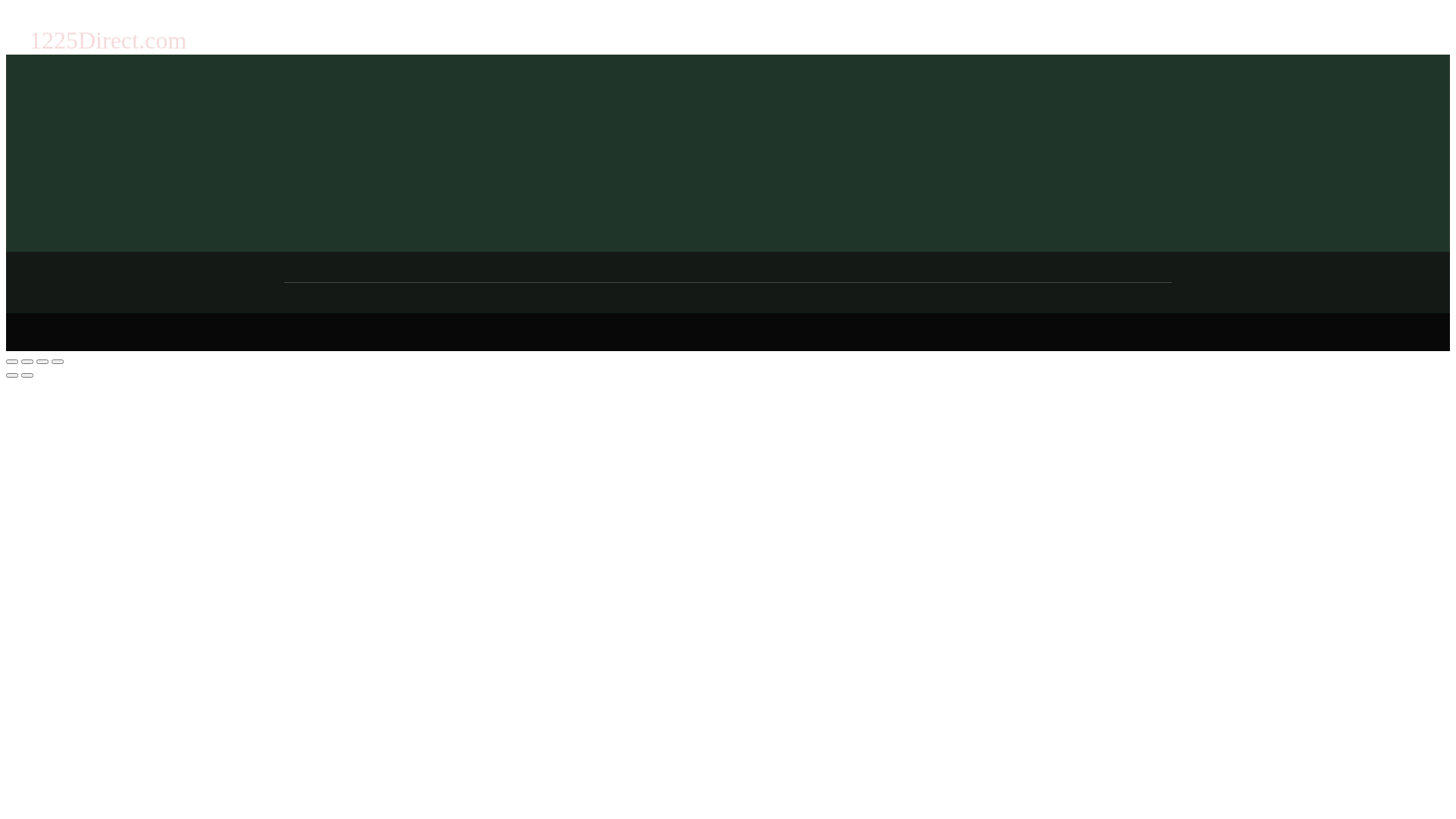 The width and height of the screenshot is (1456, 819). Describe the element at coordinates (42, 362) in the screenshot. I see `'Toggle fullscreen'` at that location.